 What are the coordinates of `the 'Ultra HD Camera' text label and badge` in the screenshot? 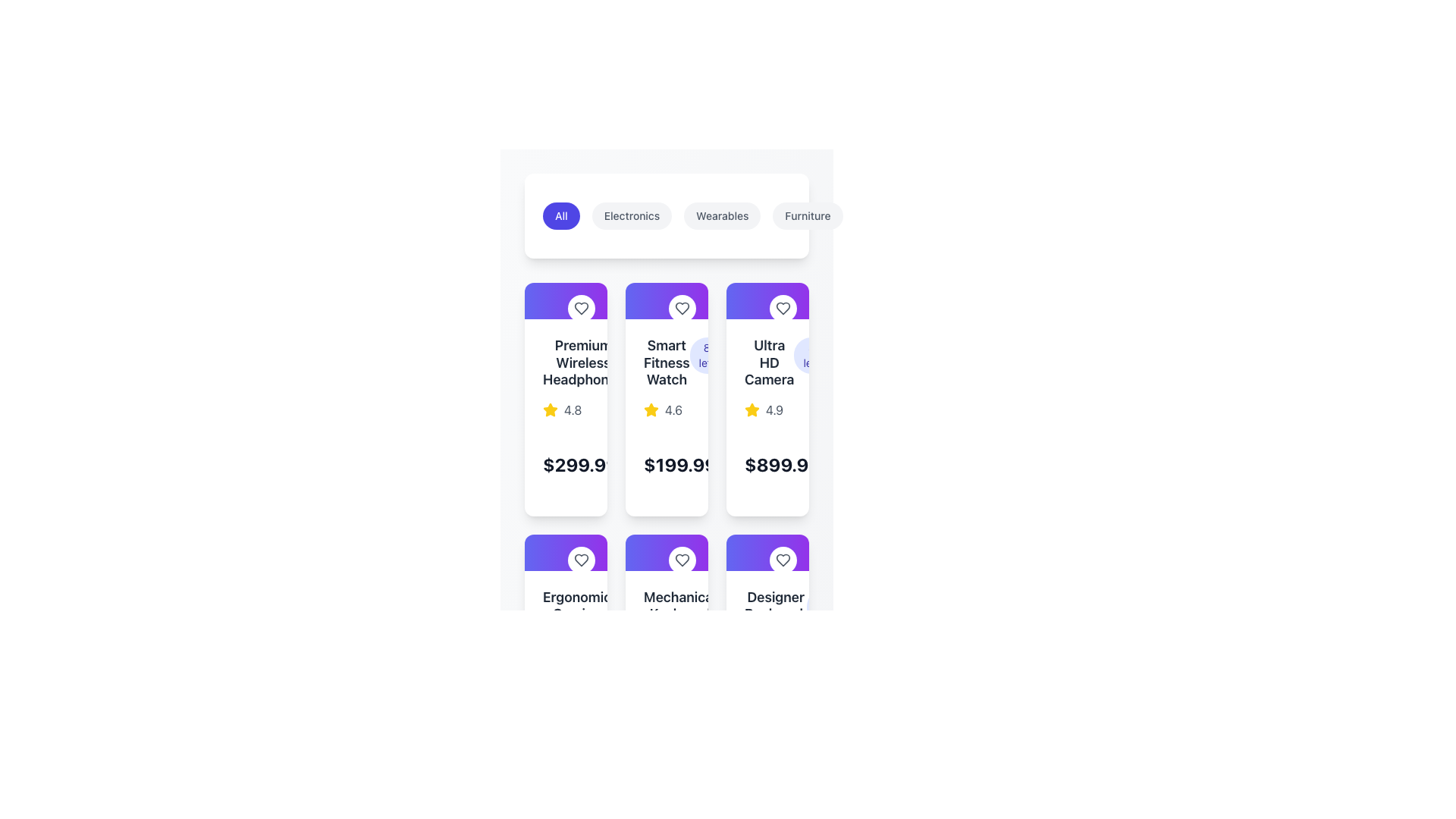 It's located at (767, 362).